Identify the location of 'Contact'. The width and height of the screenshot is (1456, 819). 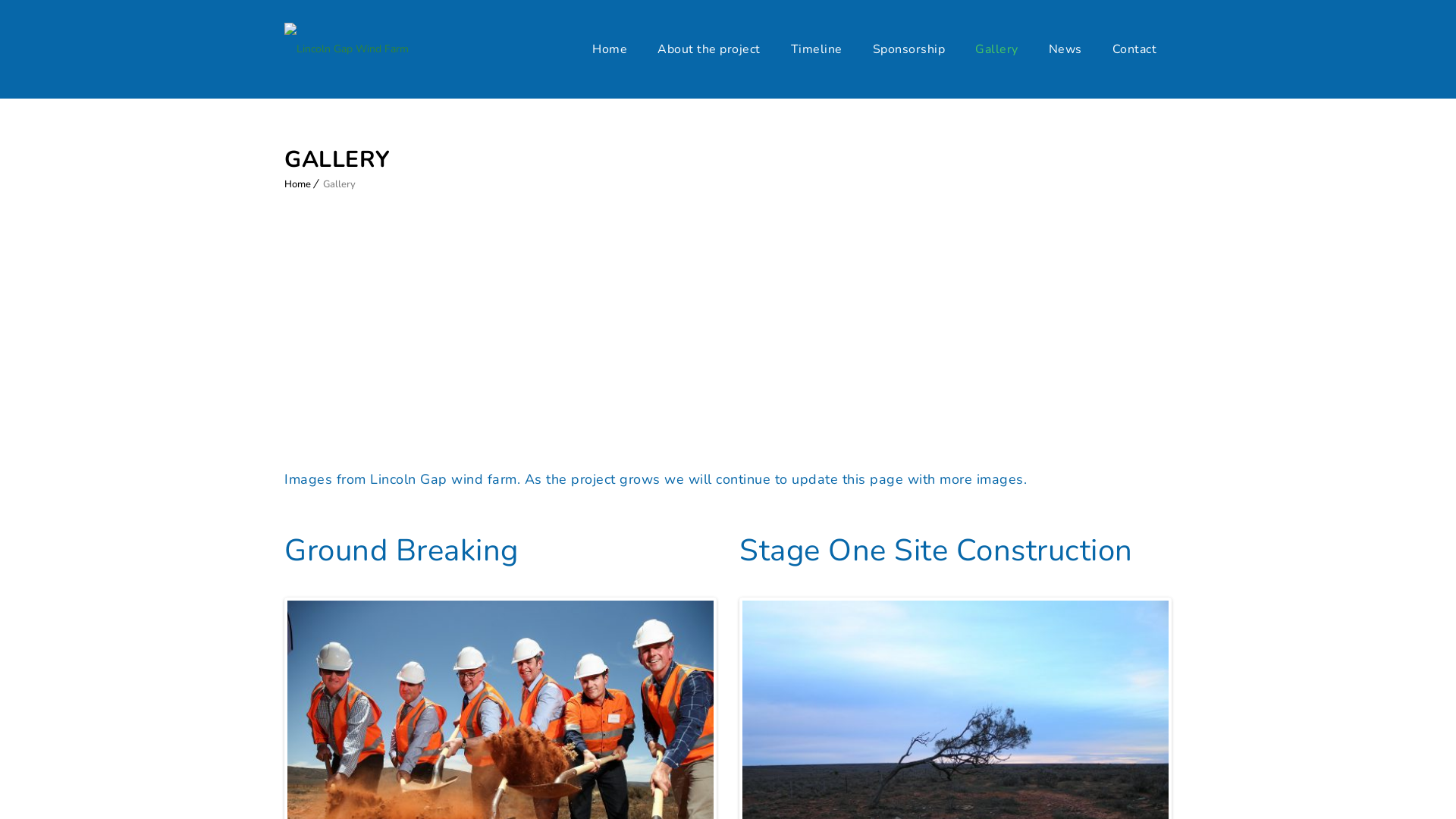
(1134, 49).